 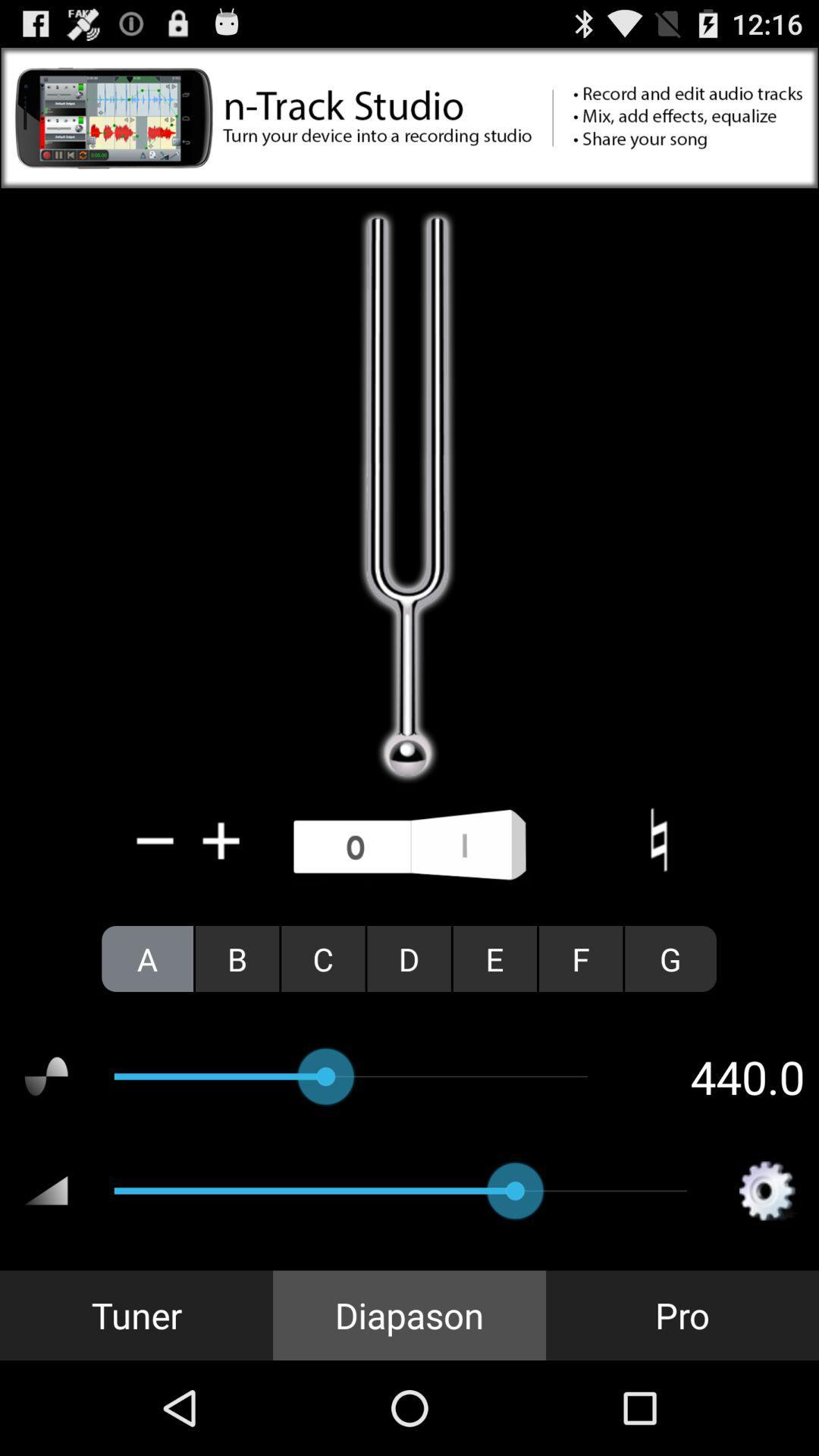 What do you see at coordinates (657, 839) in the screenshot?
I see `change scale` at bounding box center [657, 839].